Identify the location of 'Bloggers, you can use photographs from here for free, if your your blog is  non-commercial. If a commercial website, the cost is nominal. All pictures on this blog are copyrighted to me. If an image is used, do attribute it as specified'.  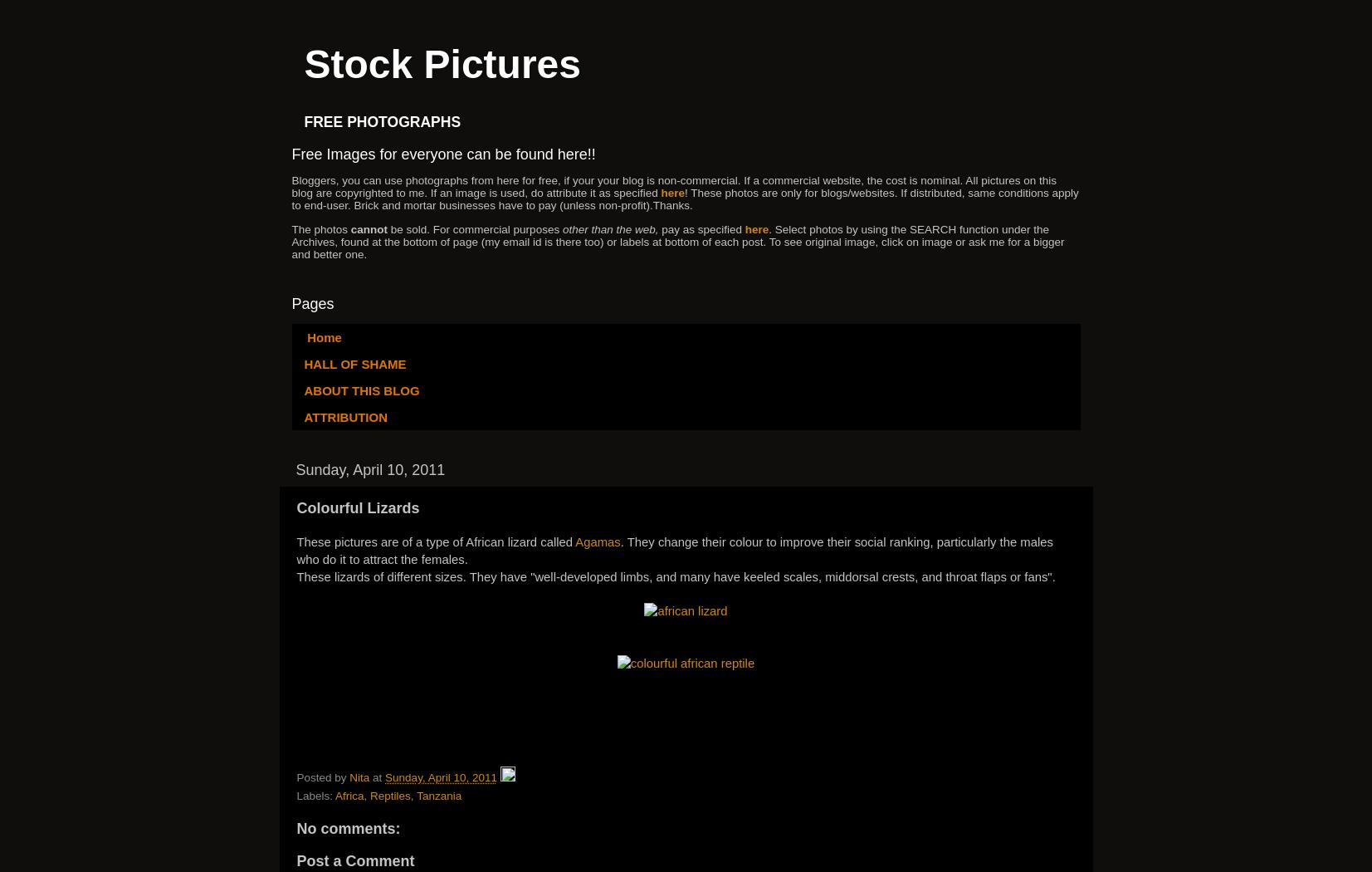
(672, 187).